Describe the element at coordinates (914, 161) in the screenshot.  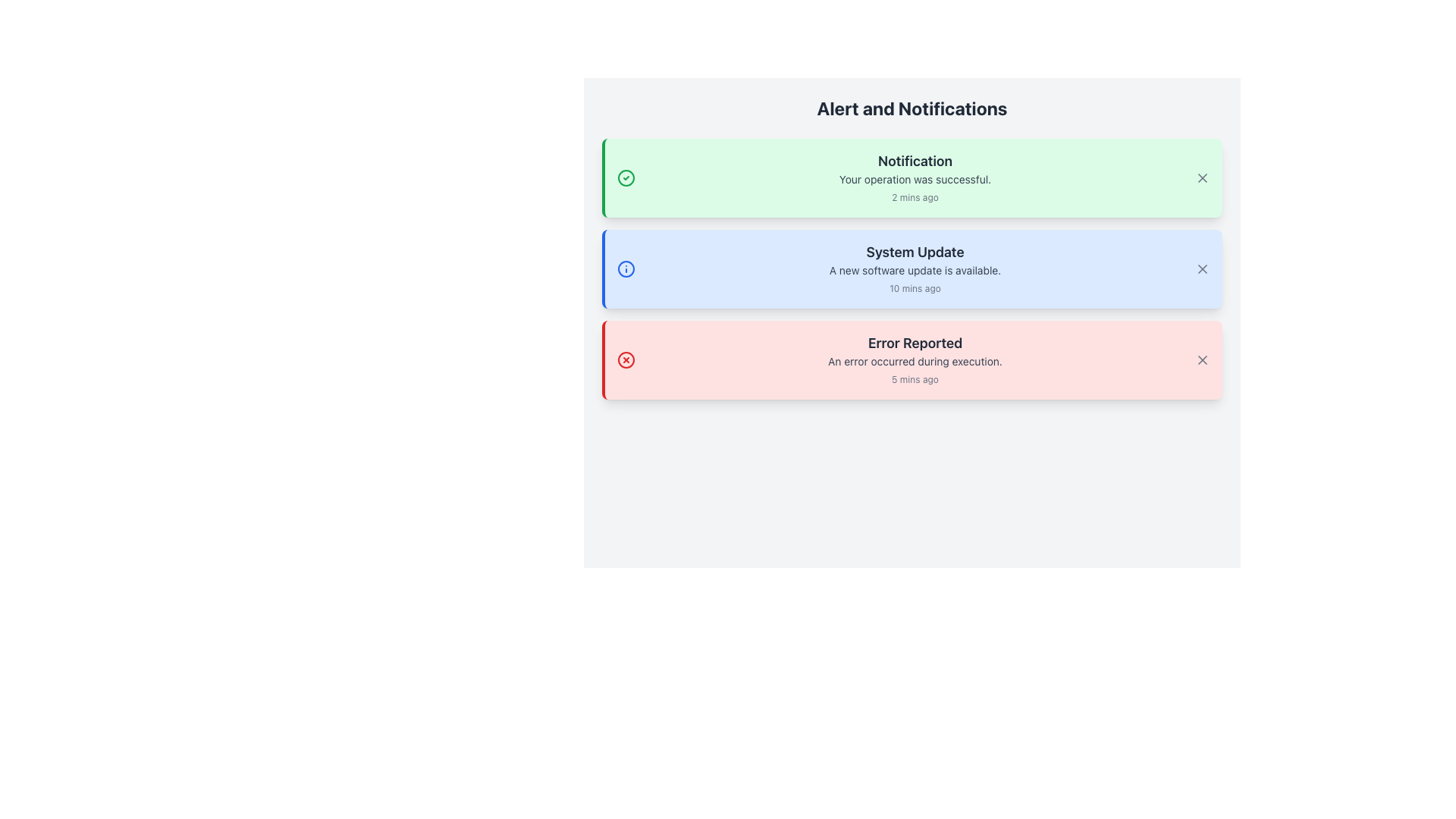
I see `the title text label located at the top of the green card in the 'Alert and Notifications' section, which summarizes the purpose or category of the notification` at that location.